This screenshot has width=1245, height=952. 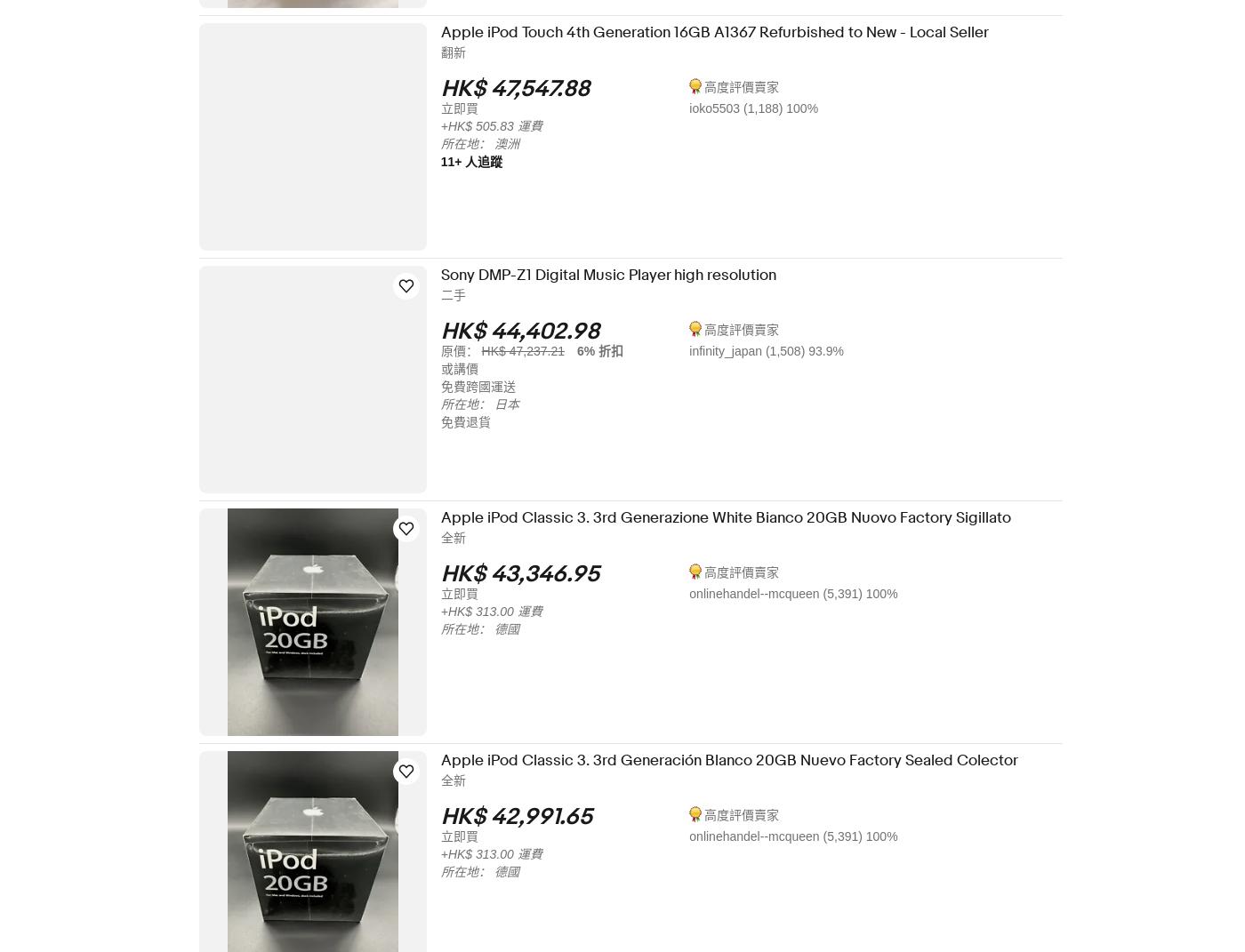 I want to click on 'Apple iPod Classic 3. 3rd Generación Blanco 20GB Nuevo Factory Sealed Colector', so click(x=741, y=760).